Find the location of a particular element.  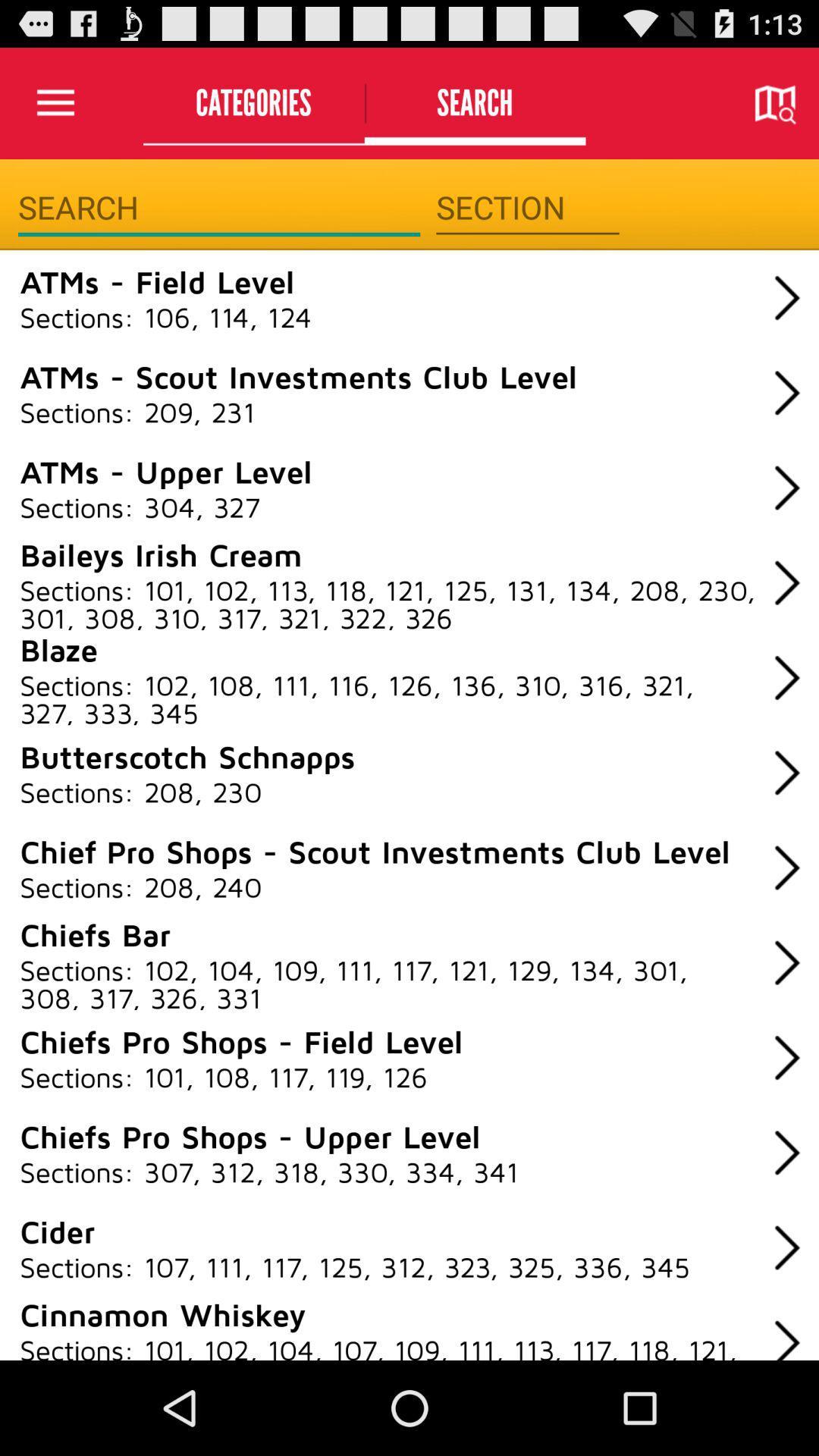

search term is located at coordinates (219, 207).